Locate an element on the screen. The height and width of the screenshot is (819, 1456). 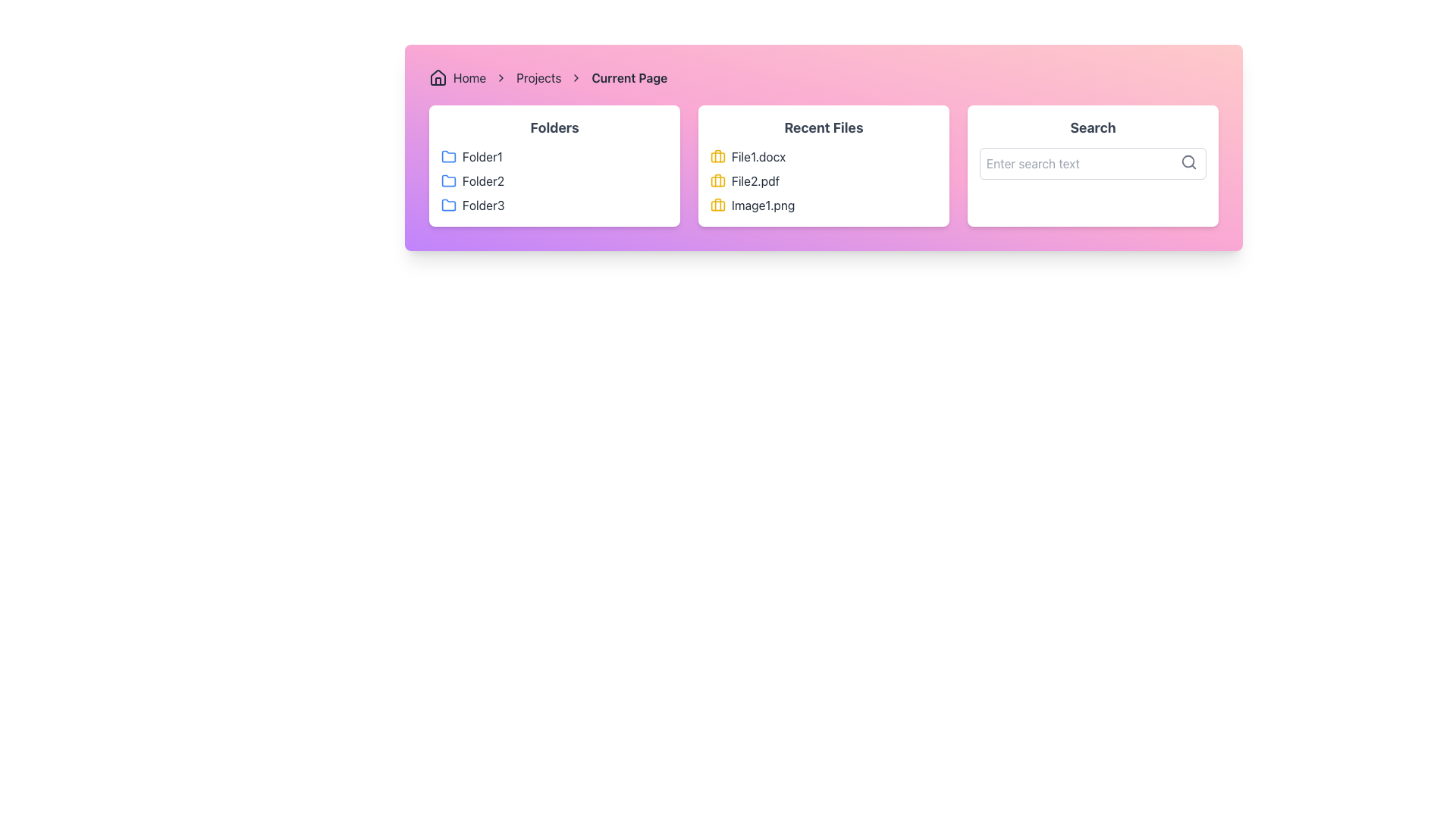
the small stylized home icon located at the leftmost side of the horizontal navigation bar, which resembles a house with a triangular roof and rectangular base is located at coordinates (437, 78).